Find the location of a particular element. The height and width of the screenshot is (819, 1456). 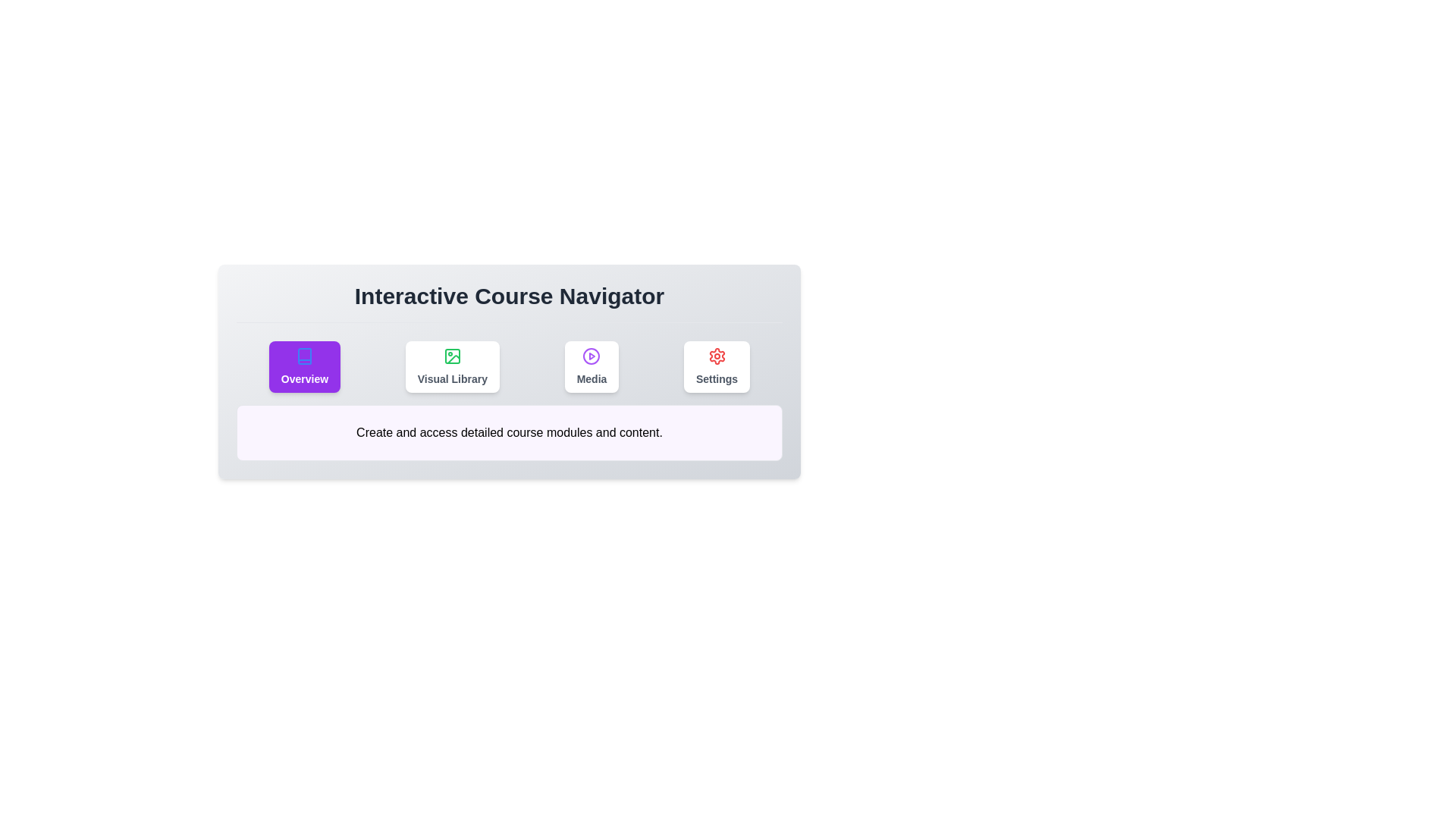

the tab labeled Visual Library is located at coordinates (451, 366).